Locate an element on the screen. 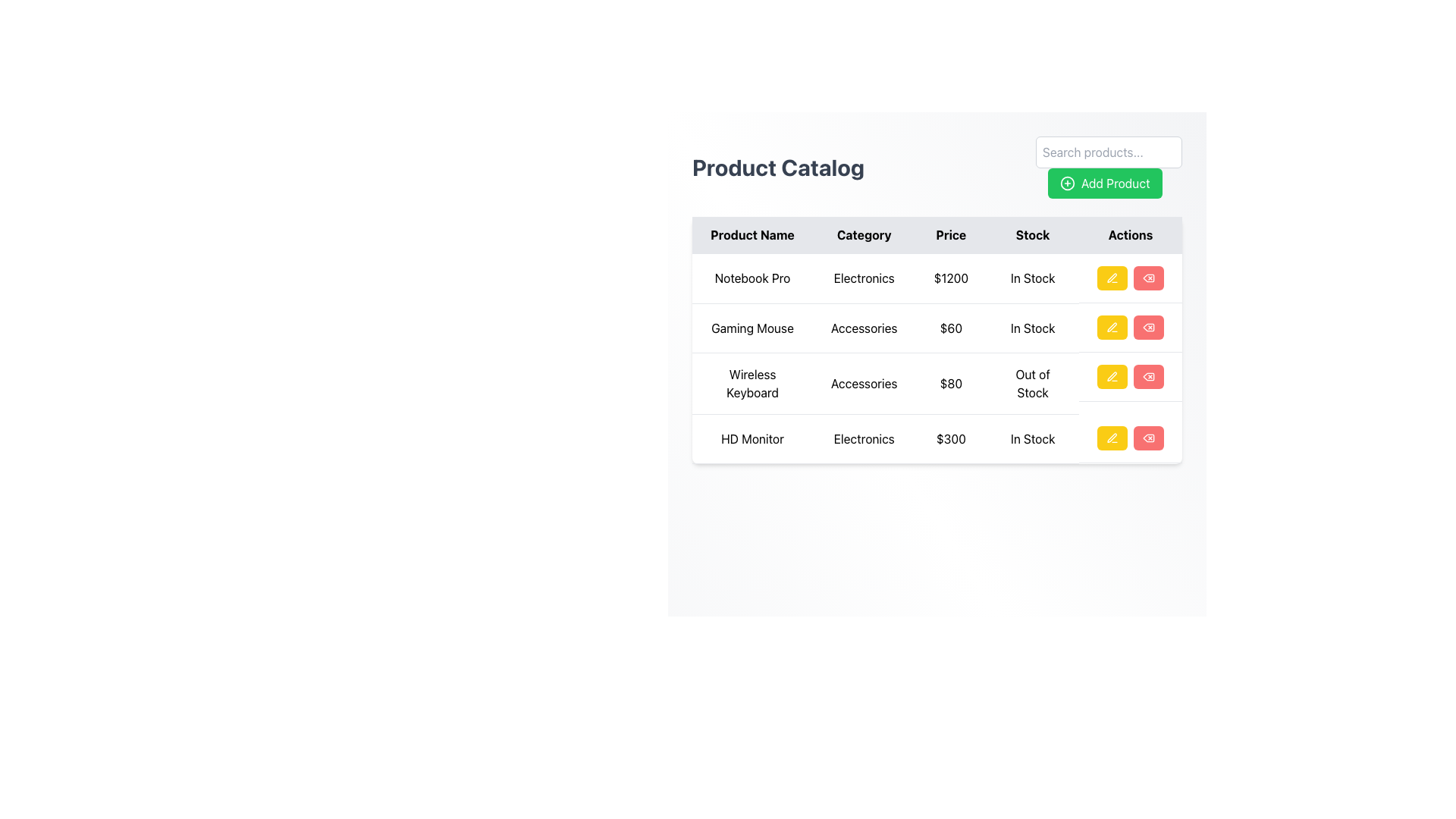  the small red Delete Button with a trash can icon located in the 'Actions' column of the data table, specifically aligned with the 'Wireless Keyboard' entry is located at coordinates (1149, 376).